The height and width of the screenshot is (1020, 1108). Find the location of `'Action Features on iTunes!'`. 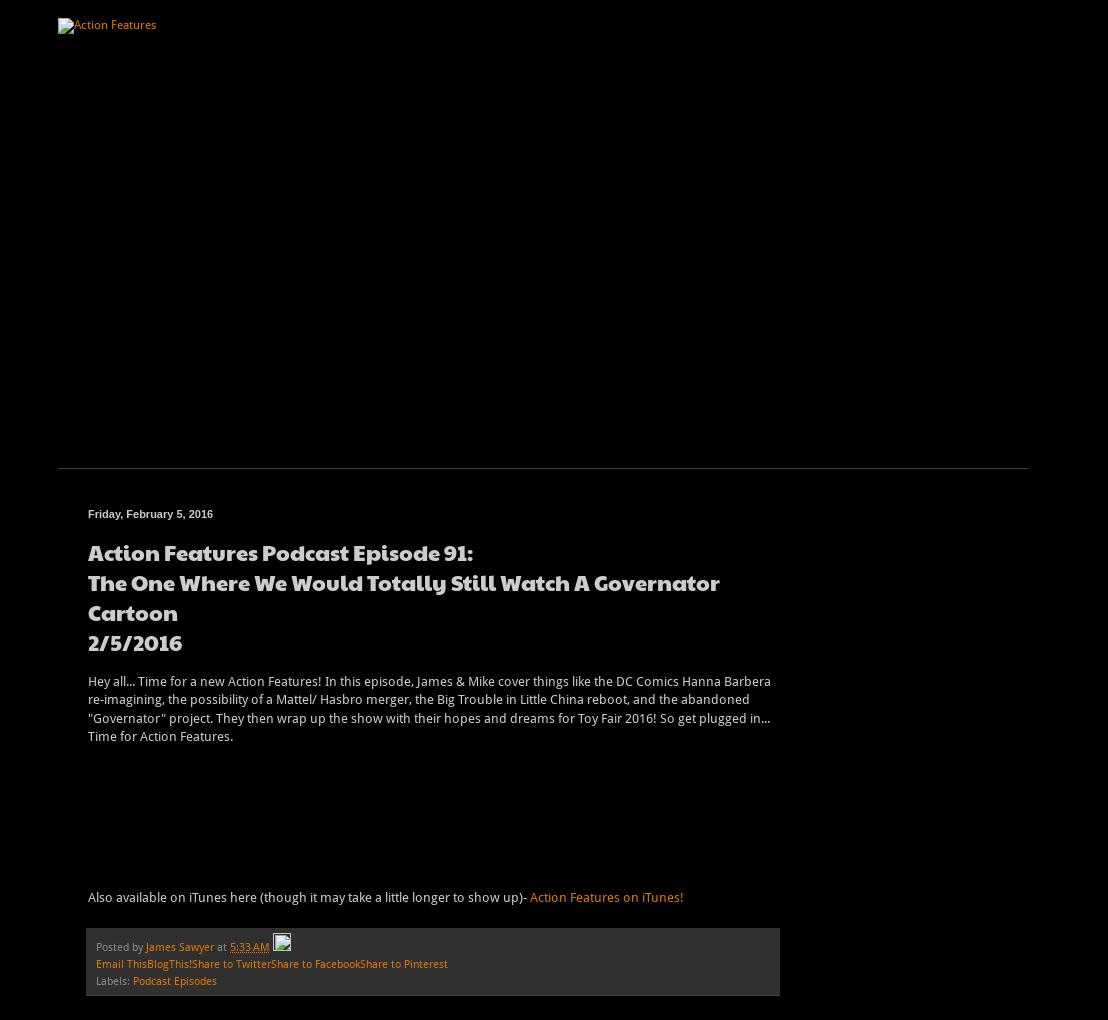

'Action Features on iTunes!' is located at coordinates (528, 897).